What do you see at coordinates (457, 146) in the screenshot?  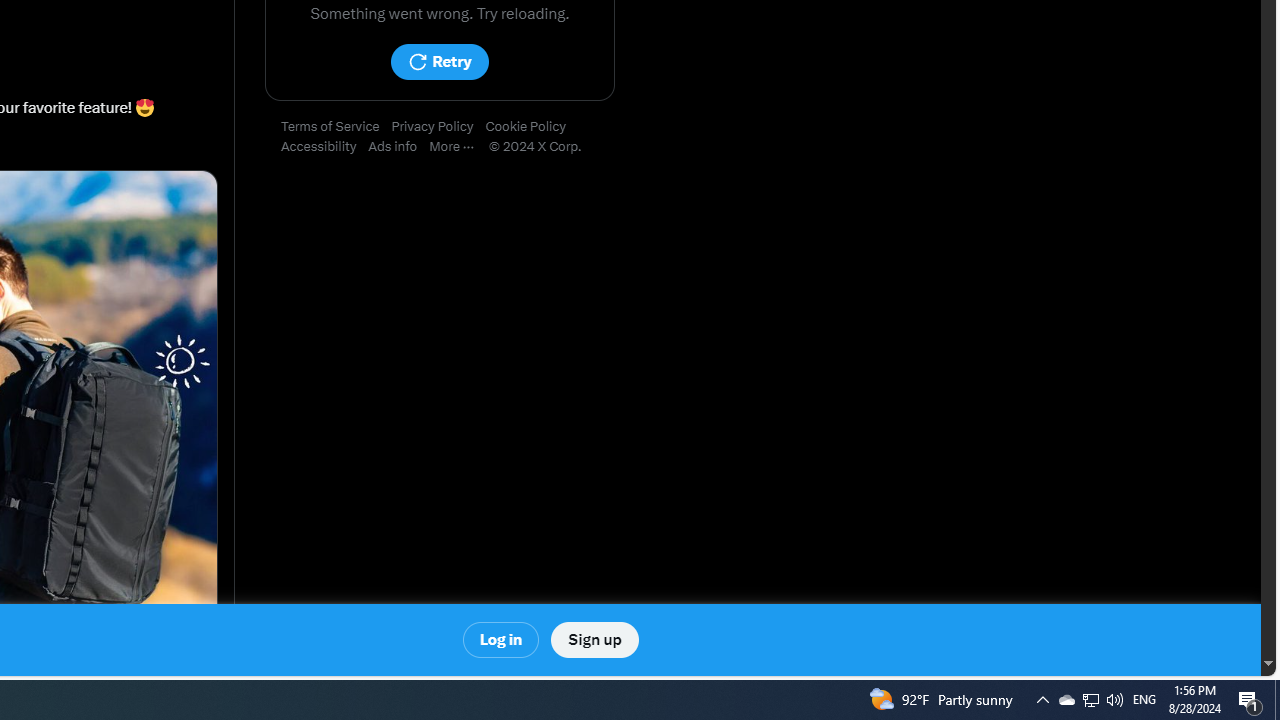 I see `'More'` at bounding box center [457, 146].